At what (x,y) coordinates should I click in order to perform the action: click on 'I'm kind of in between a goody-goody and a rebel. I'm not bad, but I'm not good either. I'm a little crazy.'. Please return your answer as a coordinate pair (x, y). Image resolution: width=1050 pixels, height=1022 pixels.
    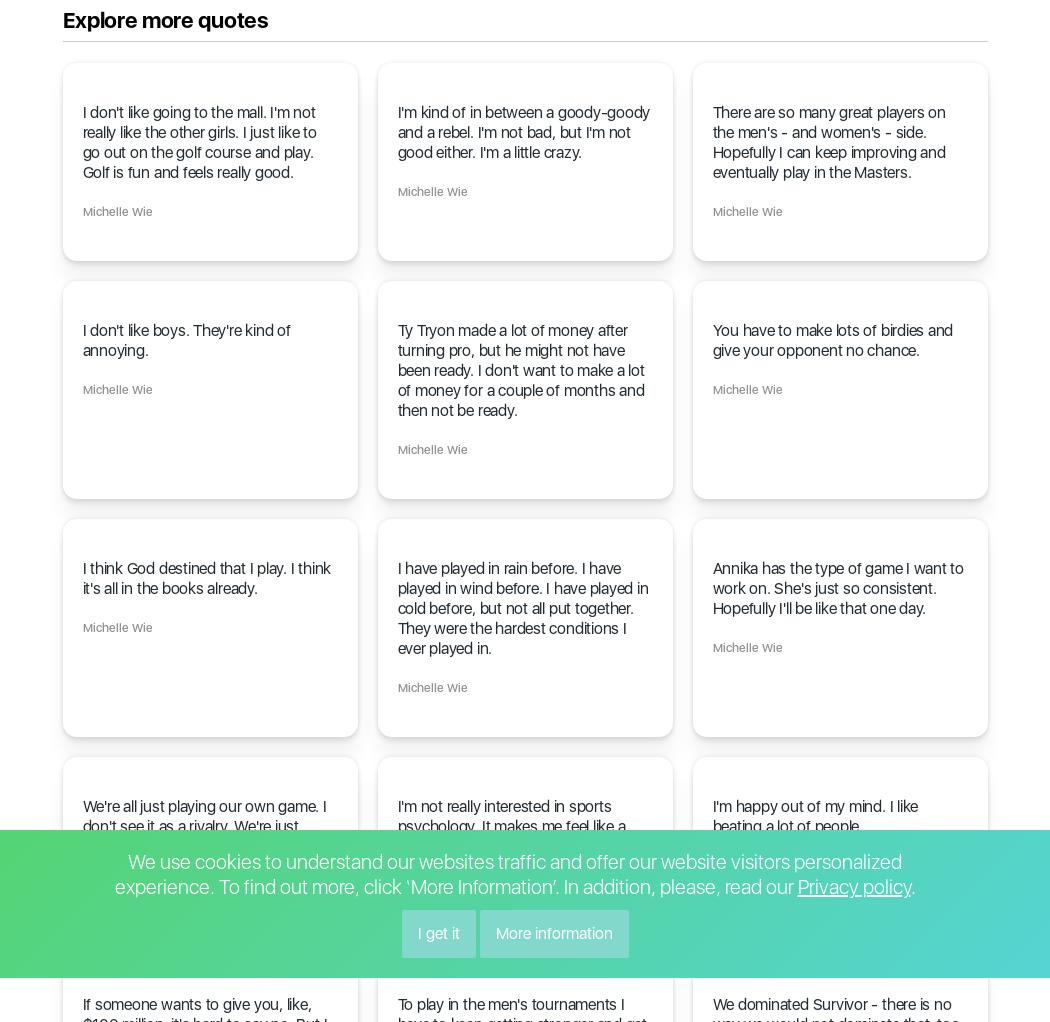
    Looking at the image, I should click on (522, 132).